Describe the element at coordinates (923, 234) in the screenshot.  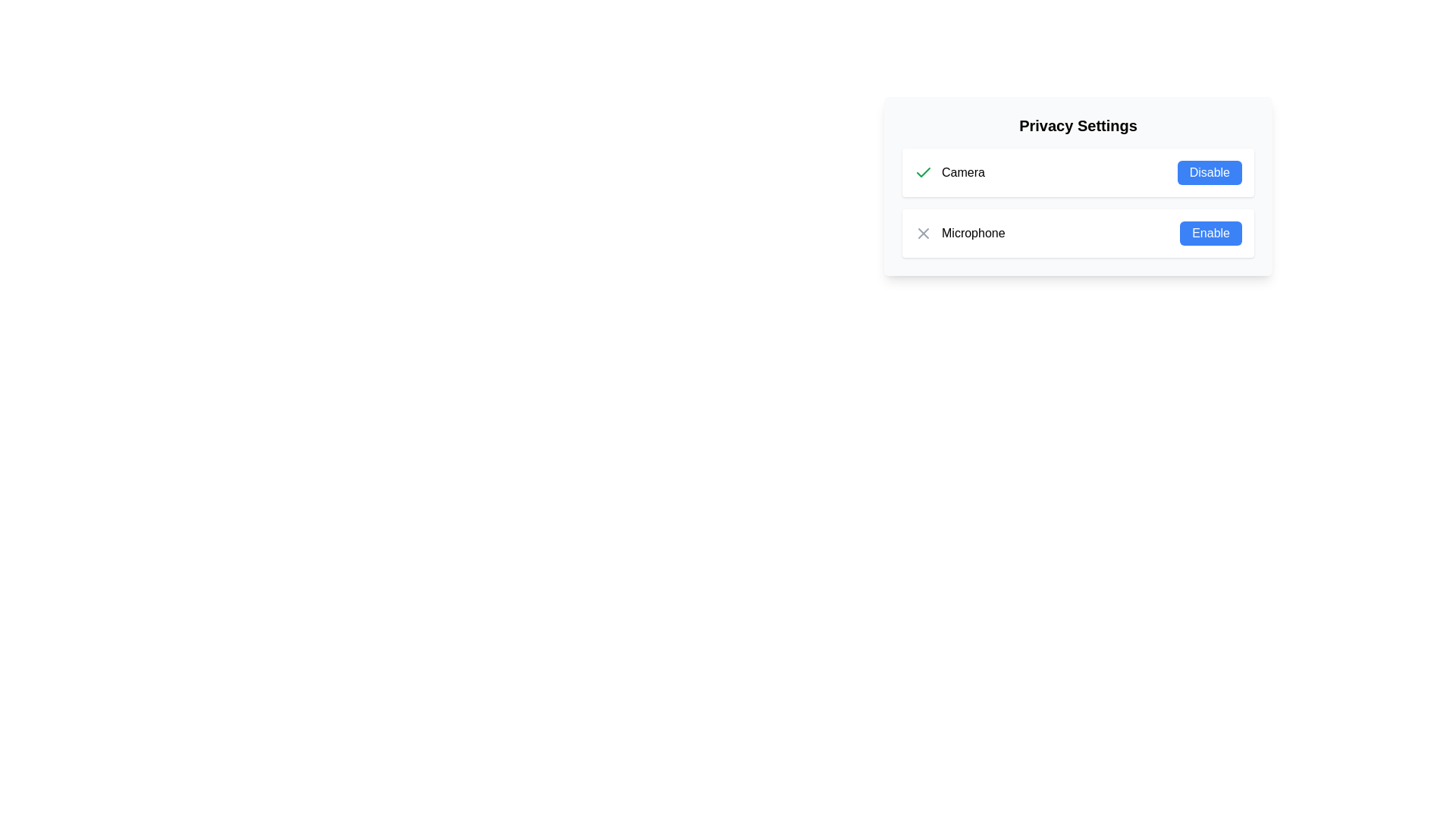
I see `the SVG icon representing a cross (X) shape with a gray stroke, located in the top-right corner of the 'Microphone' row in the Privacy Settings panel` at that location.